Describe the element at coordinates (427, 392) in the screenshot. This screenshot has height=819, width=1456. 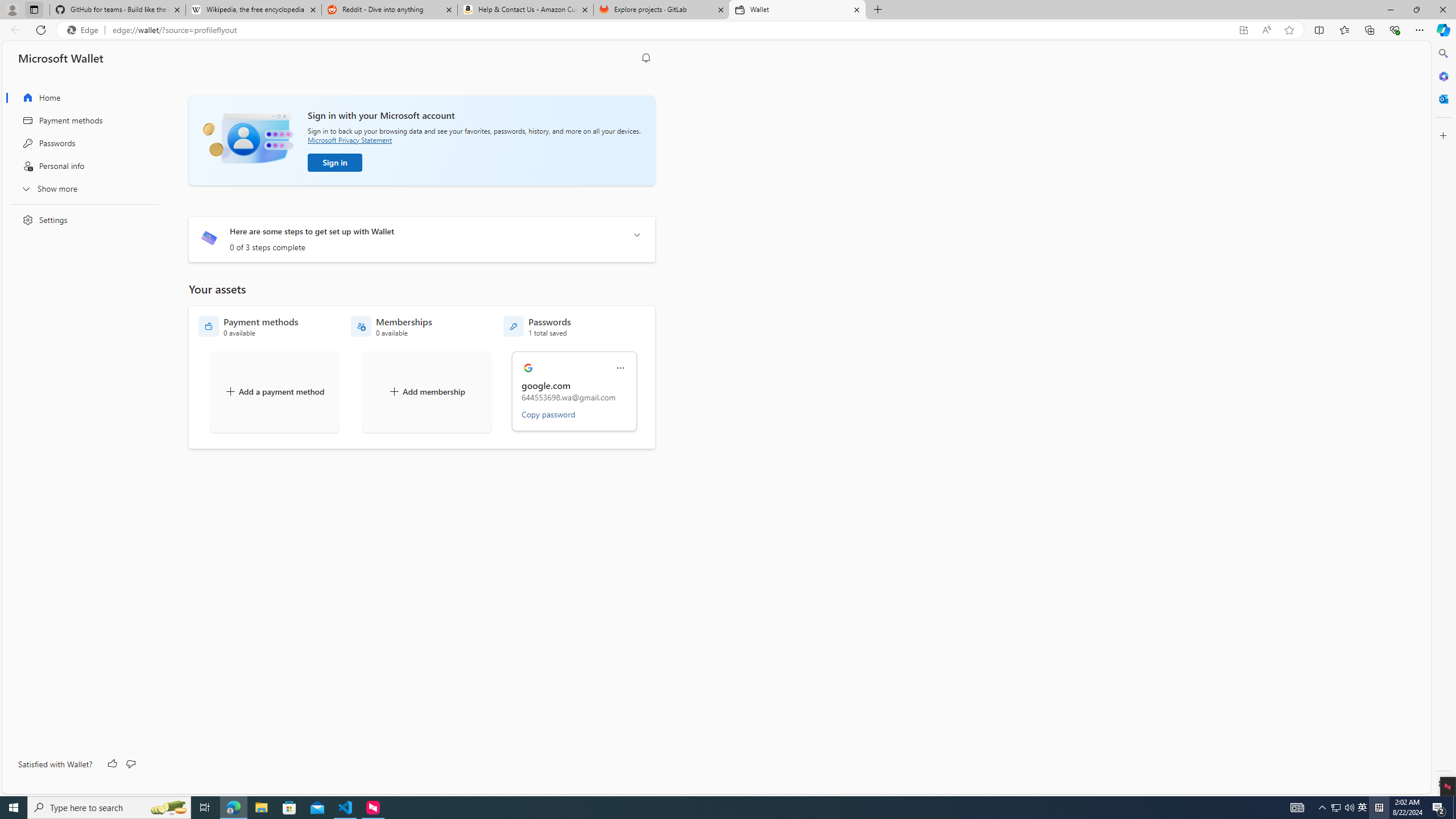
I see `'Add membership'` at that location.